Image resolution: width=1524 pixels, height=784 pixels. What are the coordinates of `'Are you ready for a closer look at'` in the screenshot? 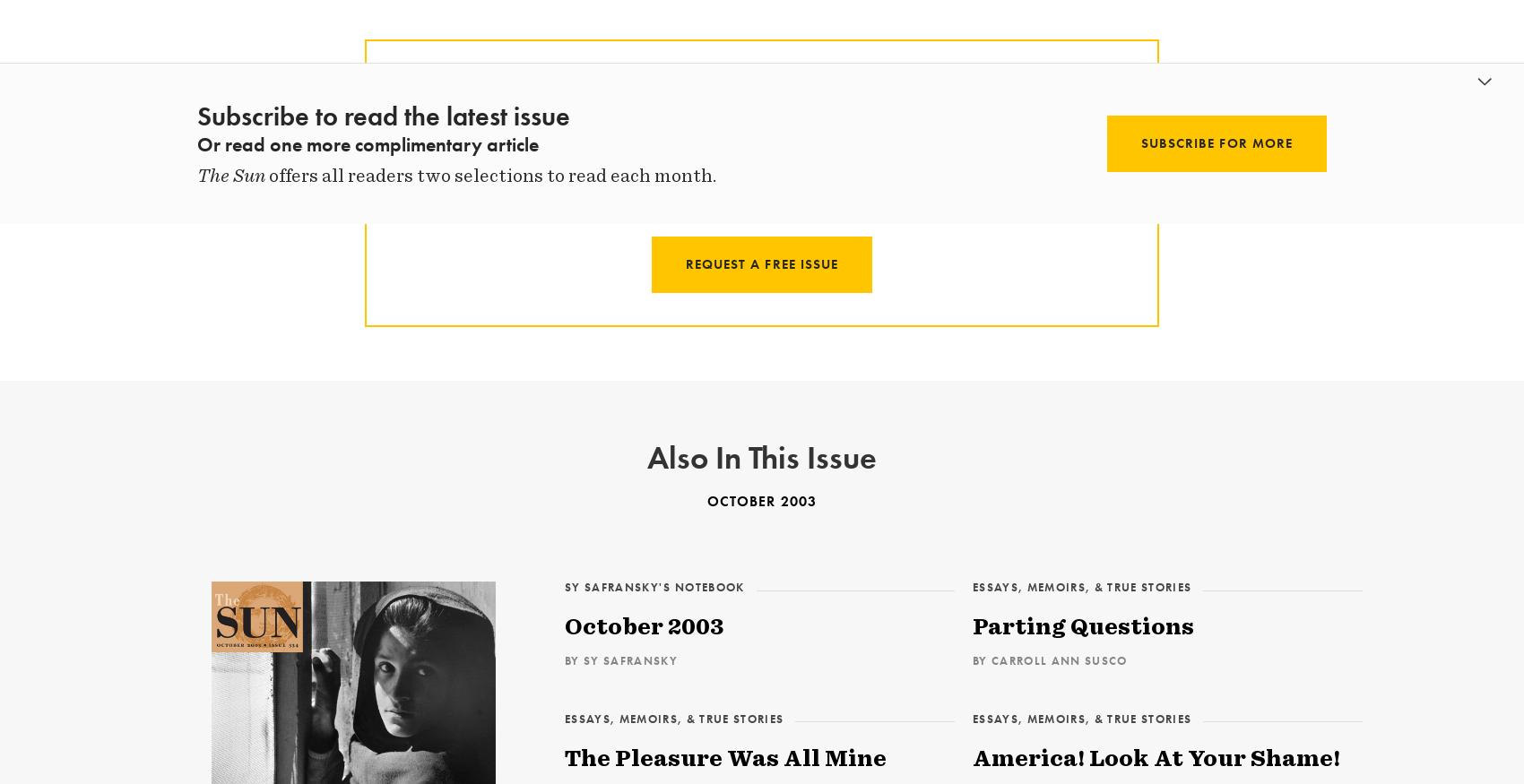 It's located at (727, 126).